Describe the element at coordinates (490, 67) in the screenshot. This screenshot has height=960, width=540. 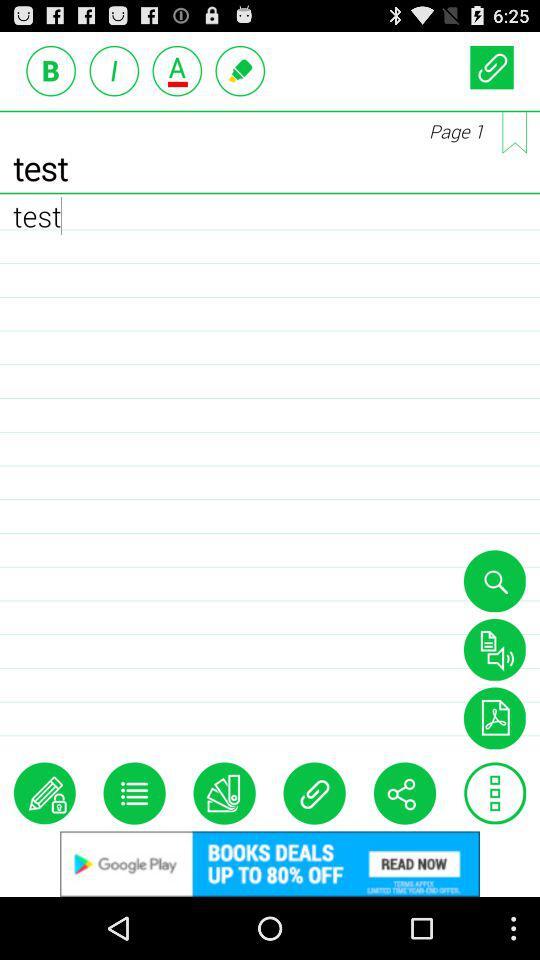
I see `click upload files` at that location.